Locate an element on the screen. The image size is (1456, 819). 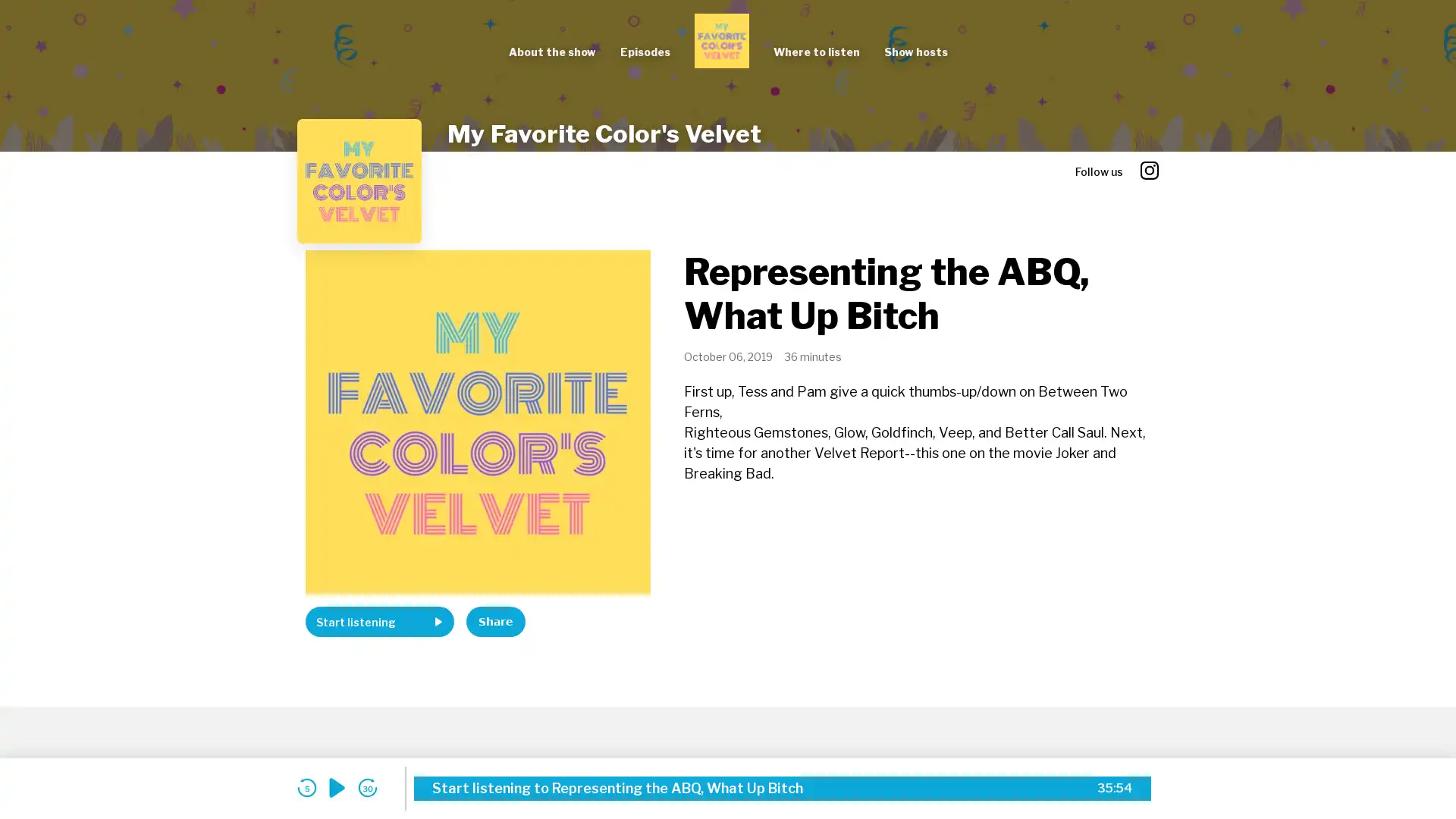
Share is located at coordinates (495, 622).